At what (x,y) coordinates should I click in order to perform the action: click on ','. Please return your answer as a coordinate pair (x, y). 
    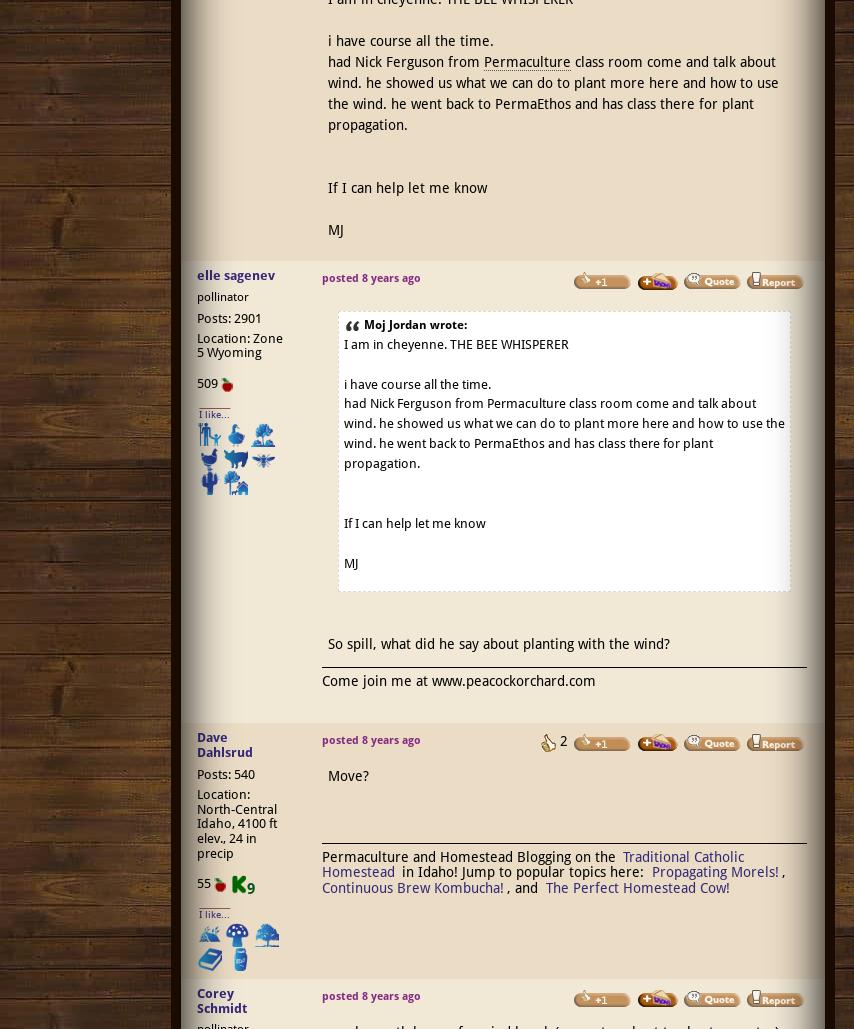
    Looking at the image, I should click on (783, 870).